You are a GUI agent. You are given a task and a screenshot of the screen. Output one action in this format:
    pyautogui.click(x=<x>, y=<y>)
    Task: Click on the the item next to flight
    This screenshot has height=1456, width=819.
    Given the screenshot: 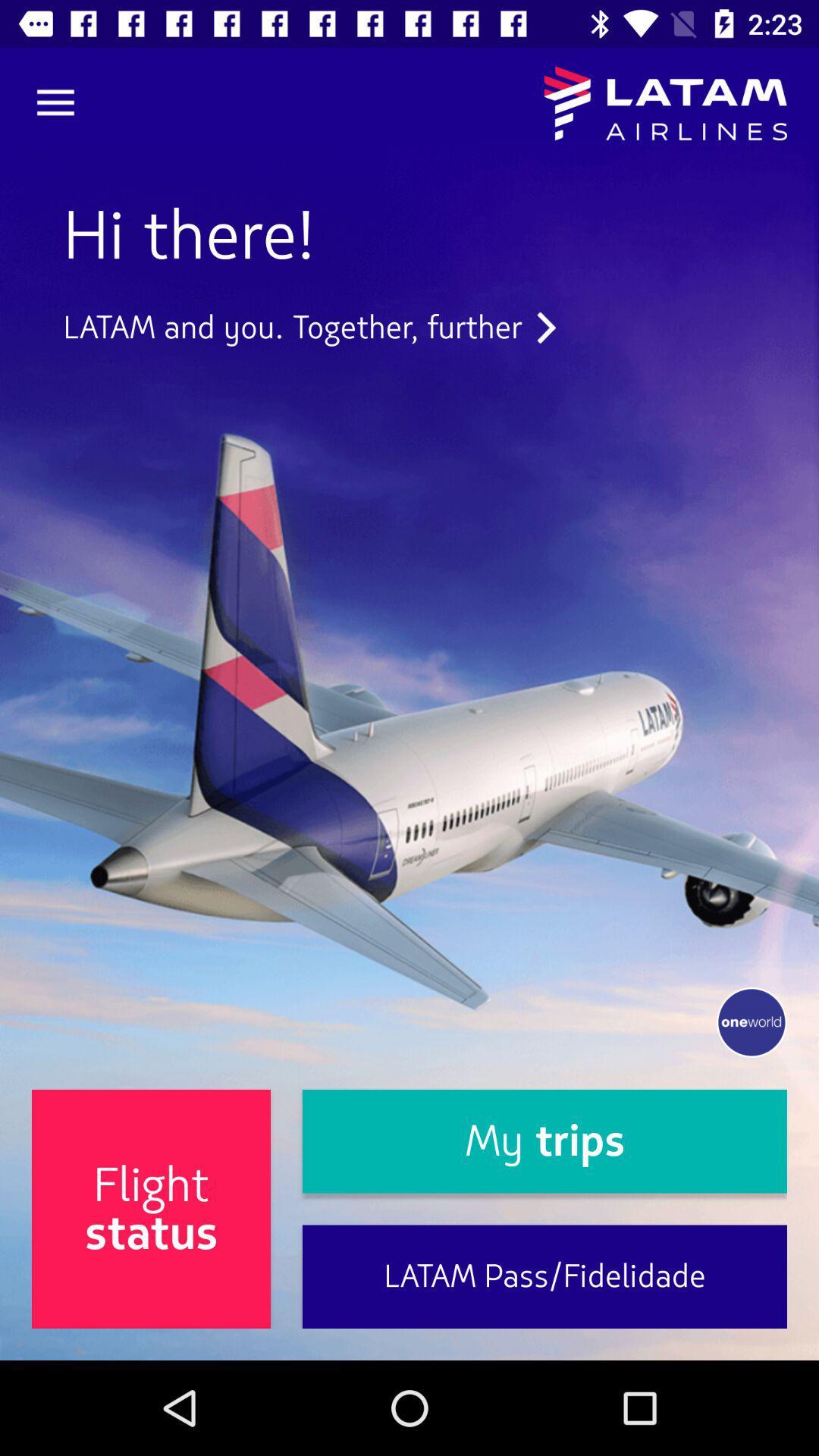 What is the action you would take?
    pyautogui.click(x=544, y=1276)
    